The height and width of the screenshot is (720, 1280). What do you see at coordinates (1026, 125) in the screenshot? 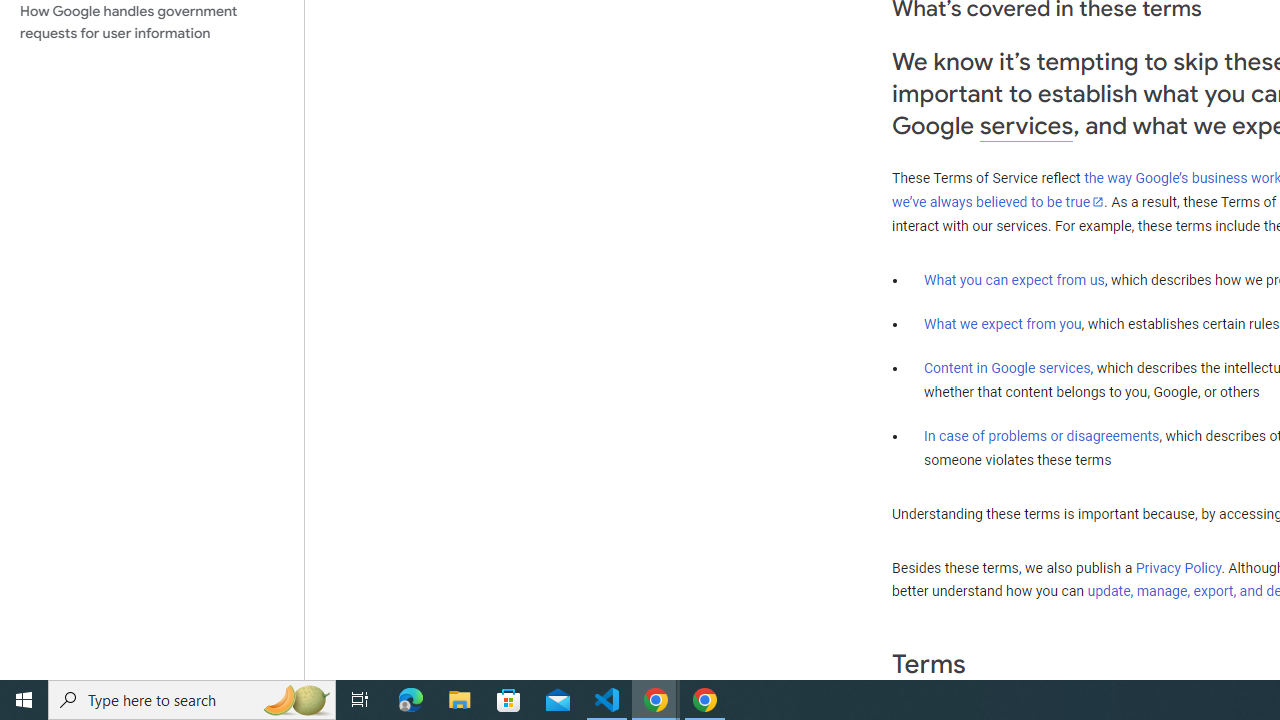
I see `'services'` at bounding box center [1026, 125].